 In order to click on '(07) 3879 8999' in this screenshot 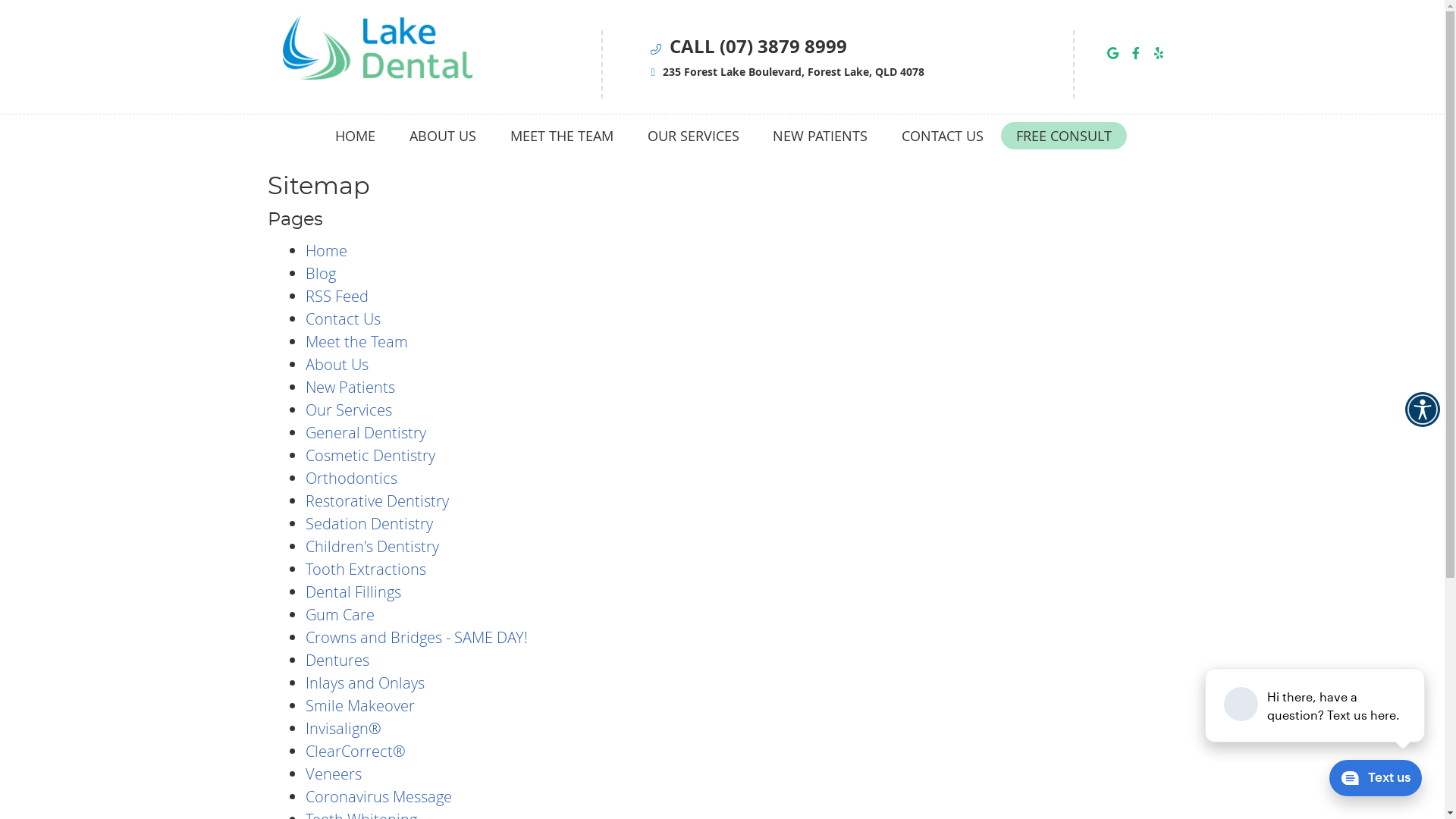, I will do `click(783, 45)`.